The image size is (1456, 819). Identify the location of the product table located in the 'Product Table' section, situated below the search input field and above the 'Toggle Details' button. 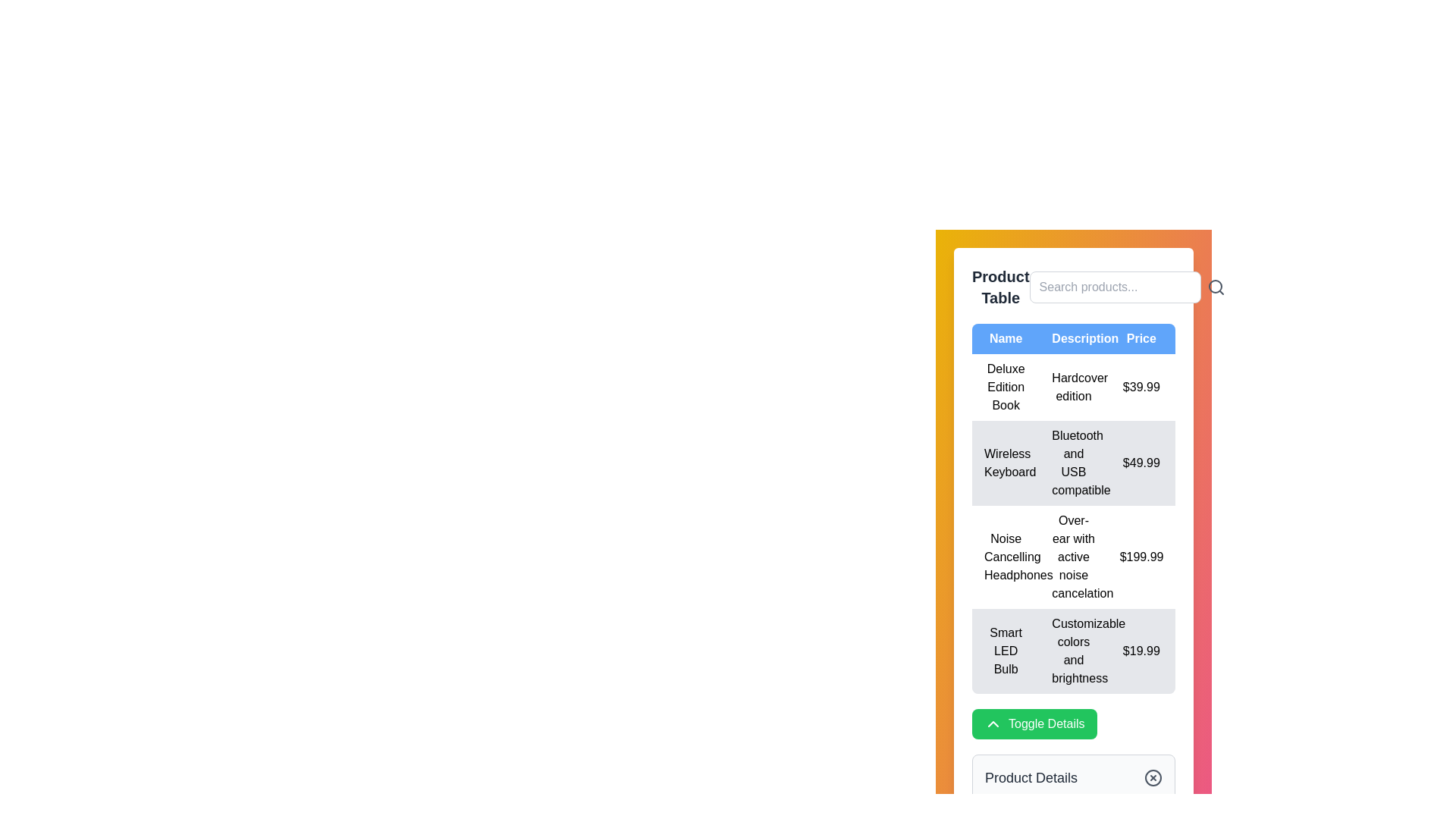
(1073, 509).